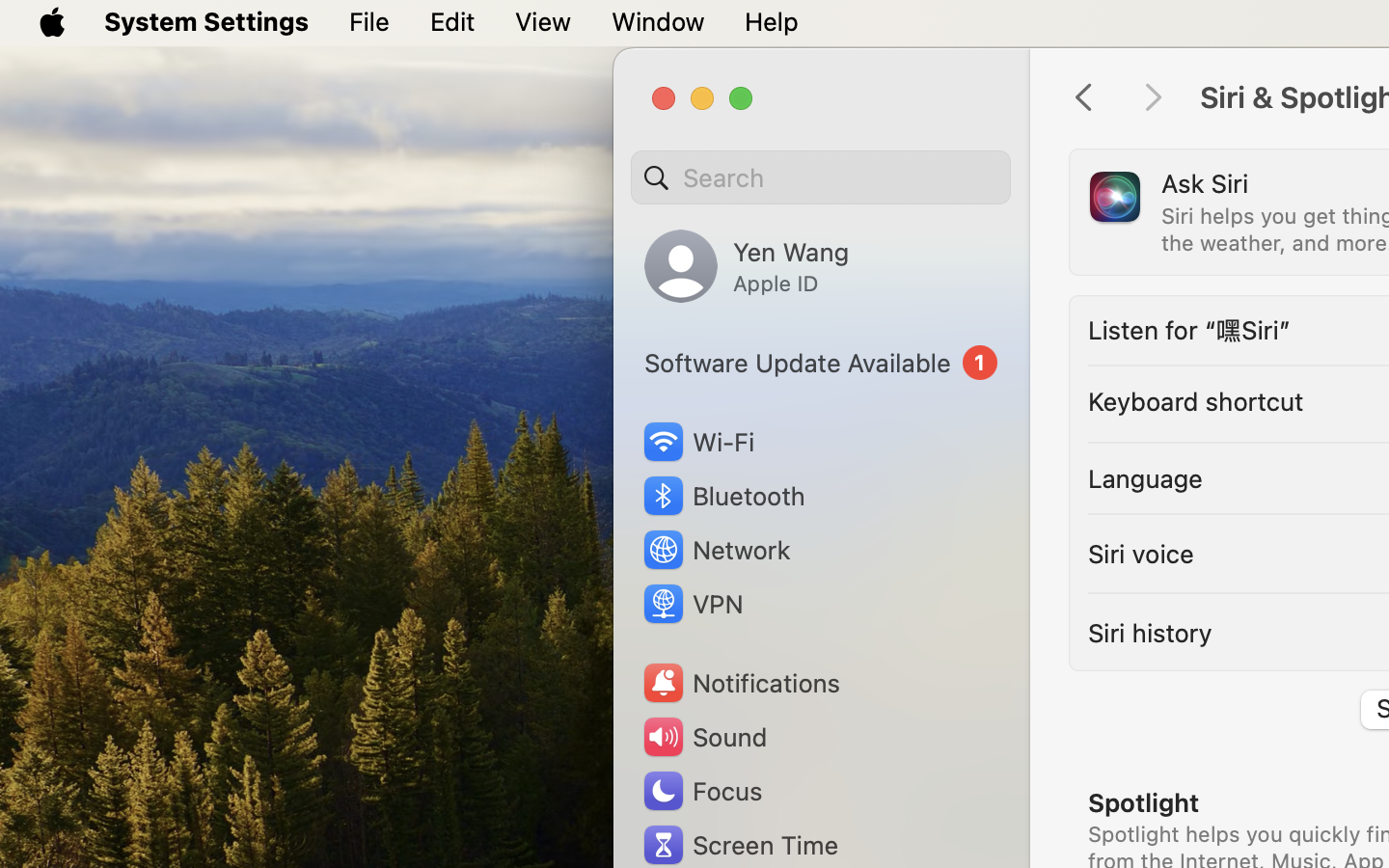  I want to click on 'Siri history', so click(1150, 633).